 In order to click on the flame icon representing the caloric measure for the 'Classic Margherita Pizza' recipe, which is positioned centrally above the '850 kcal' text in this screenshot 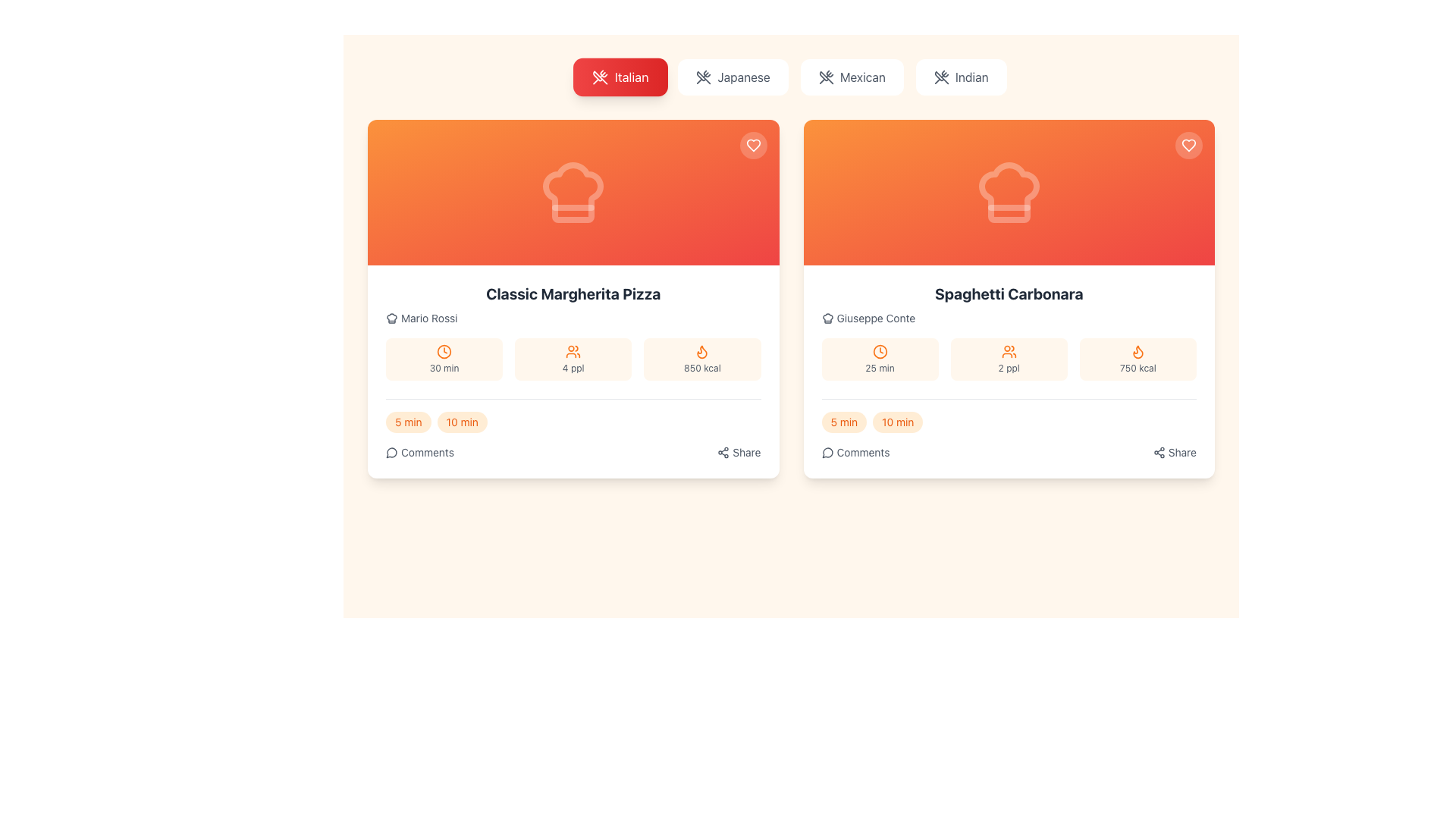, I will do `click(701, 351)`.